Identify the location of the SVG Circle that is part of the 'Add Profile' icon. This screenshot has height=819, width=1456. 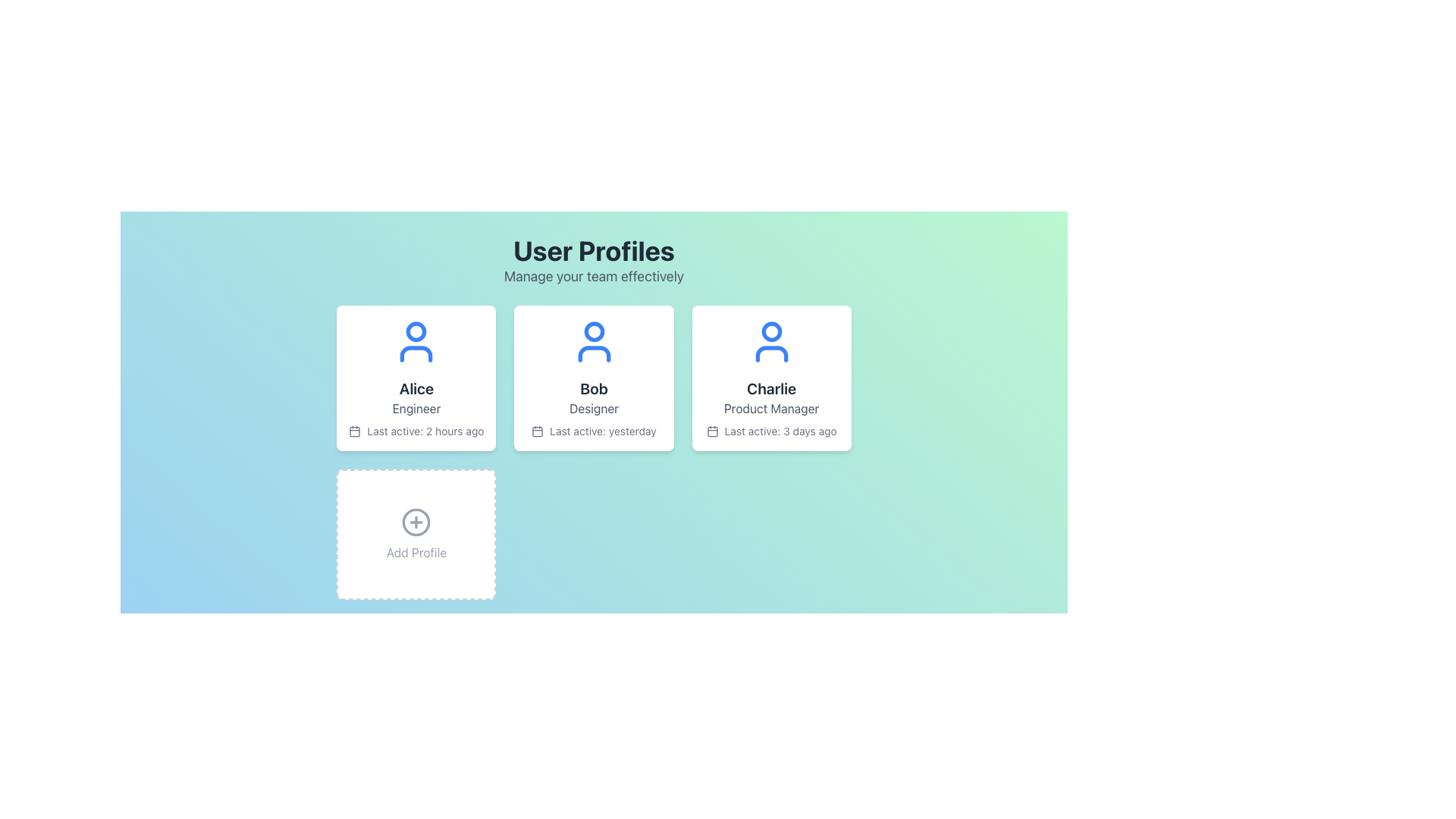
(416, 522).